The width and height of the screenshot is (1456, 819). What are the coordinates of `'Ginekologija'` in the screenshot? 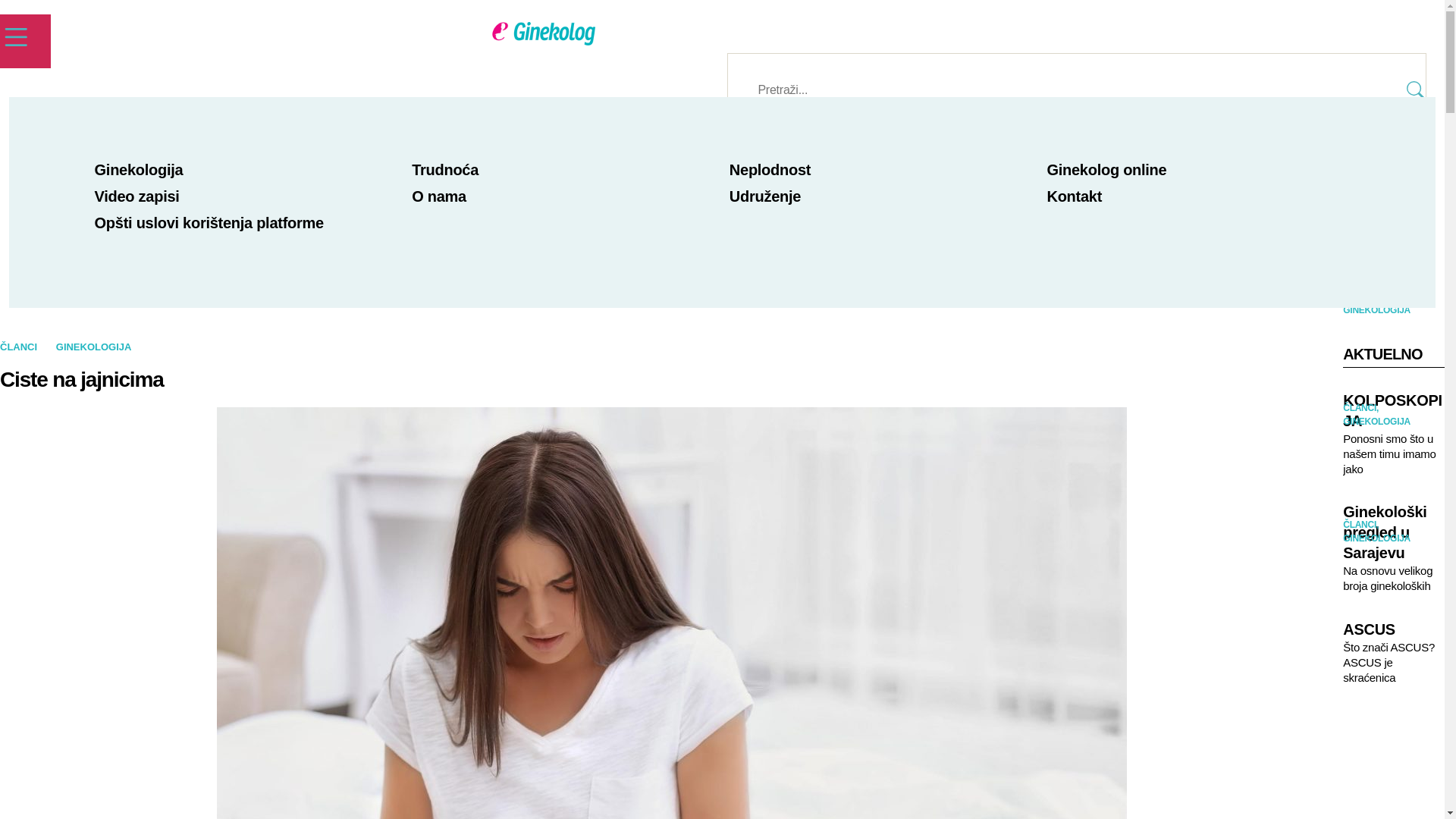 It's located at (139, 169).